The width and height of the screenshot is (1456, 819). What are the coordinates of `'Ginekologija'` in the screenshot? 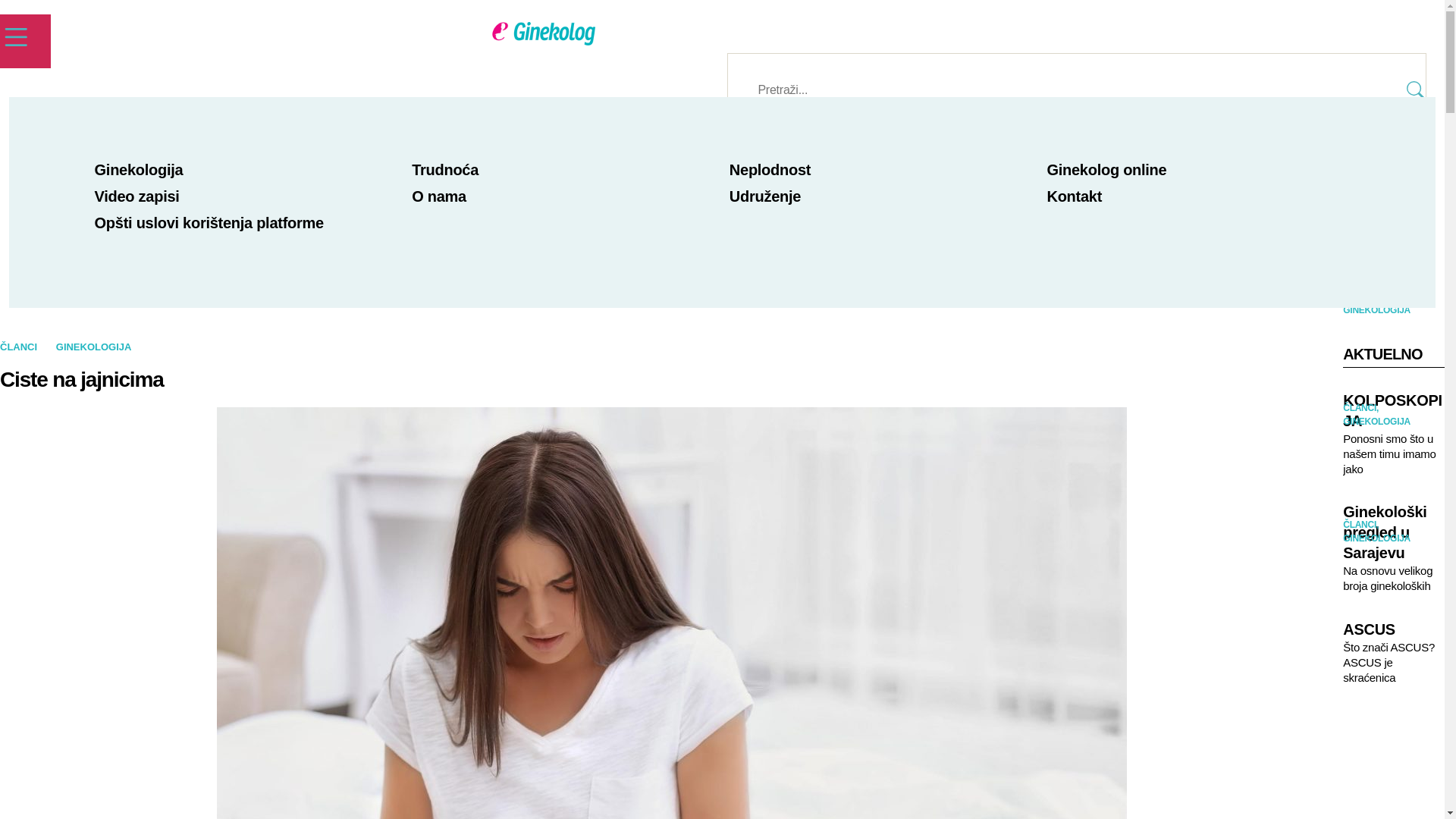 It's located at (139, 169).